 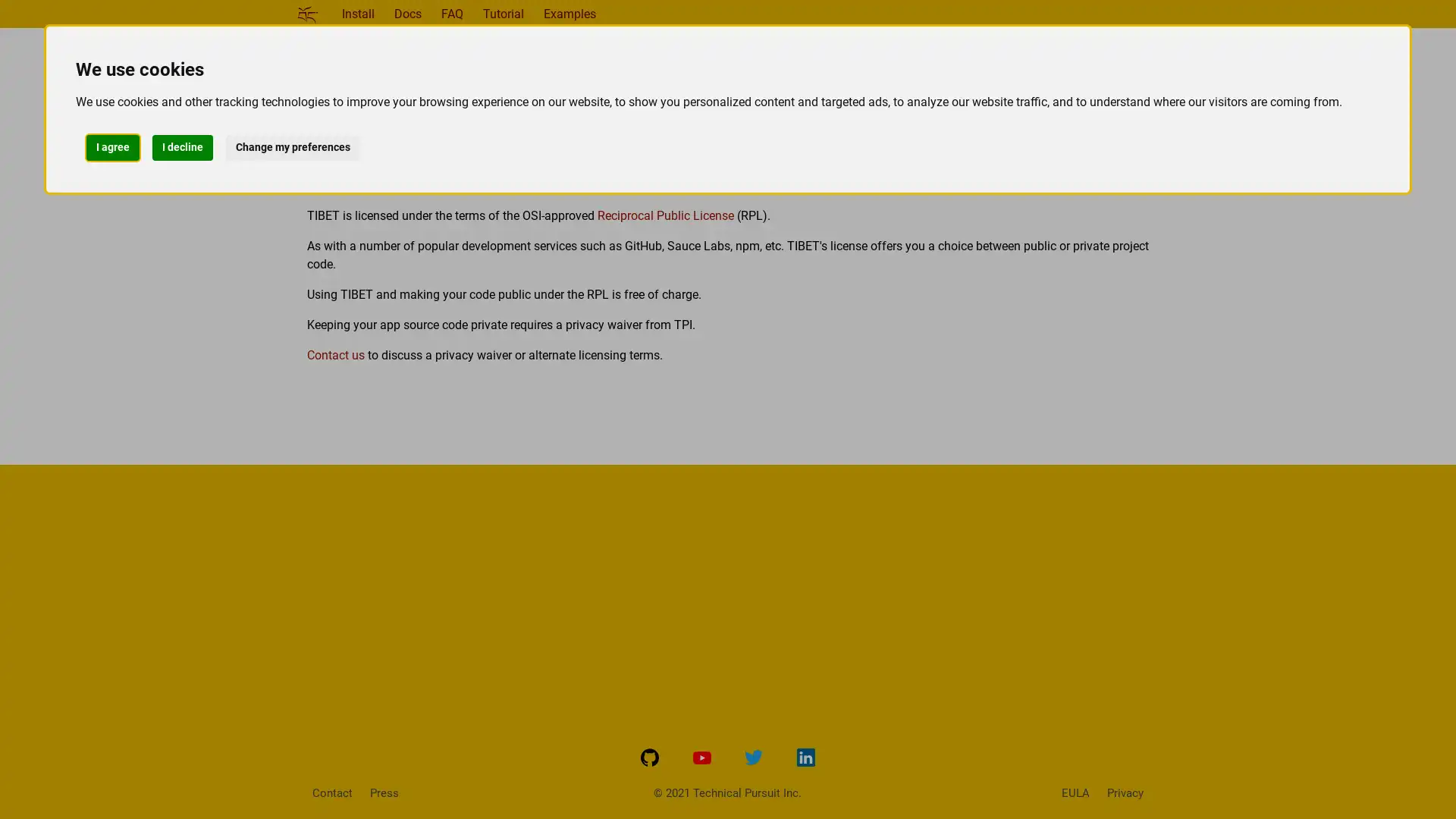 What do you see at coordinates (293, 146) in the screenshot?
I see `Change my preferences` at bounding box center [293, 146].